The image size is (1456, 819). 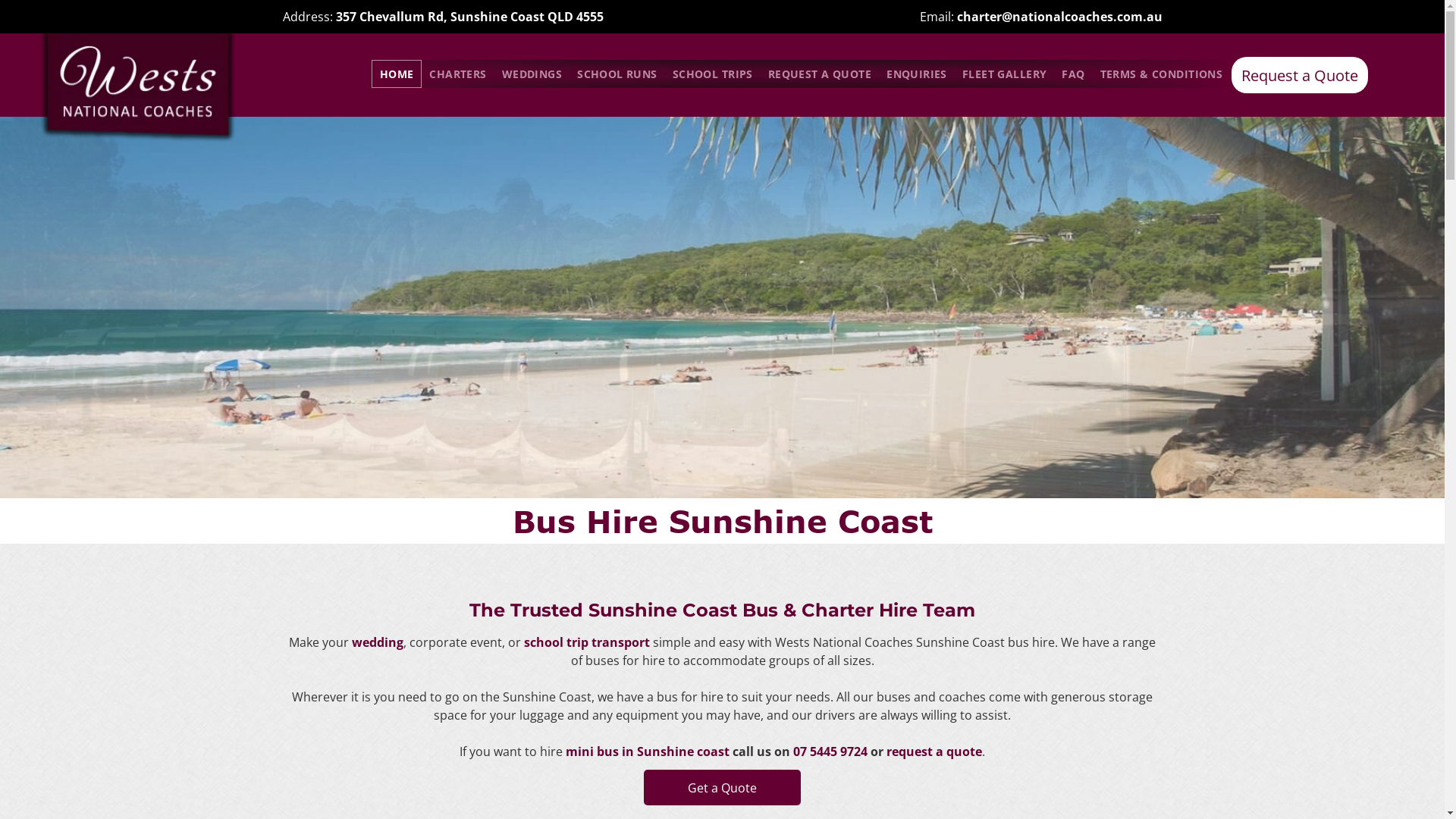 I want to click on 'wedding', so click(x=378, y=642).